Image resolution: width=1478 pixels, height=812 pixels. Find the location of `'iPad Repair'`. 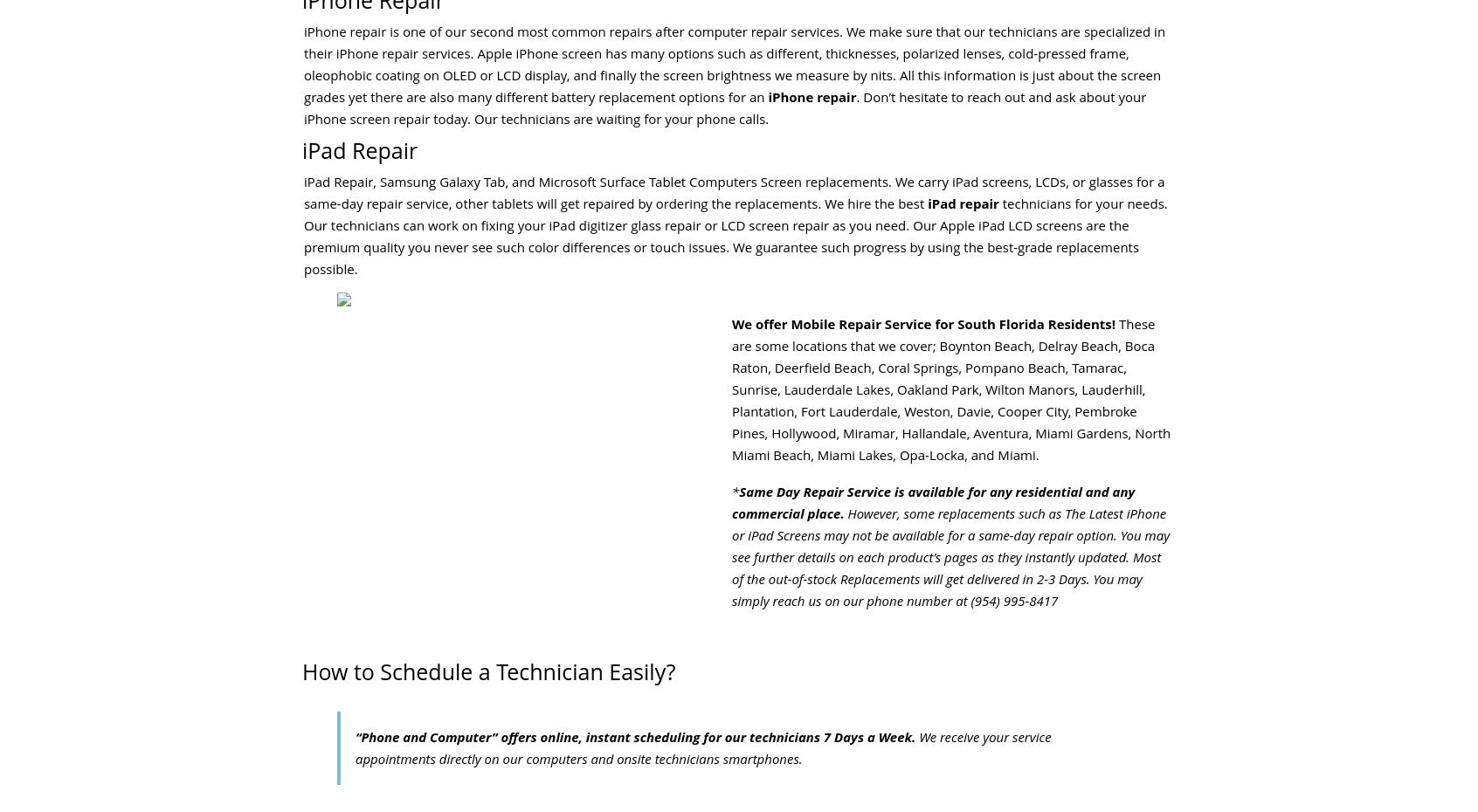

'iPad Repair' is located at coordinates (359, 148).